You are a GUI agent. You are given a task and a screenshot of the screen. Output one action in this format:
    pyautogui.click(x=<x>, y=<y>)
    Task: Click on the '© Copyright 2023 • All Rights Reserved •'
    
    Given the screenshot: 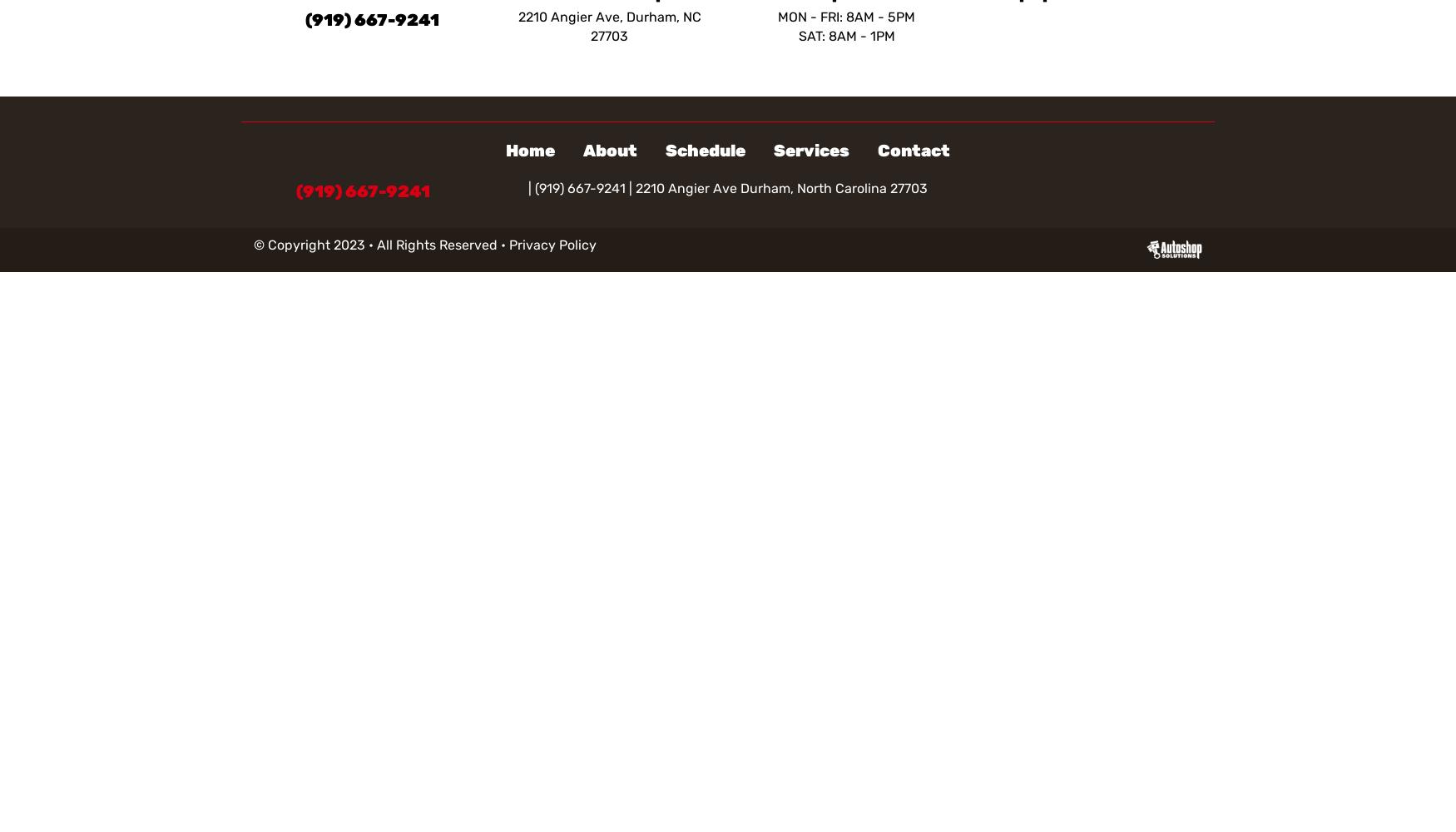 What is the action you would take?
    pyautogui.click(x=381, y=245)
    